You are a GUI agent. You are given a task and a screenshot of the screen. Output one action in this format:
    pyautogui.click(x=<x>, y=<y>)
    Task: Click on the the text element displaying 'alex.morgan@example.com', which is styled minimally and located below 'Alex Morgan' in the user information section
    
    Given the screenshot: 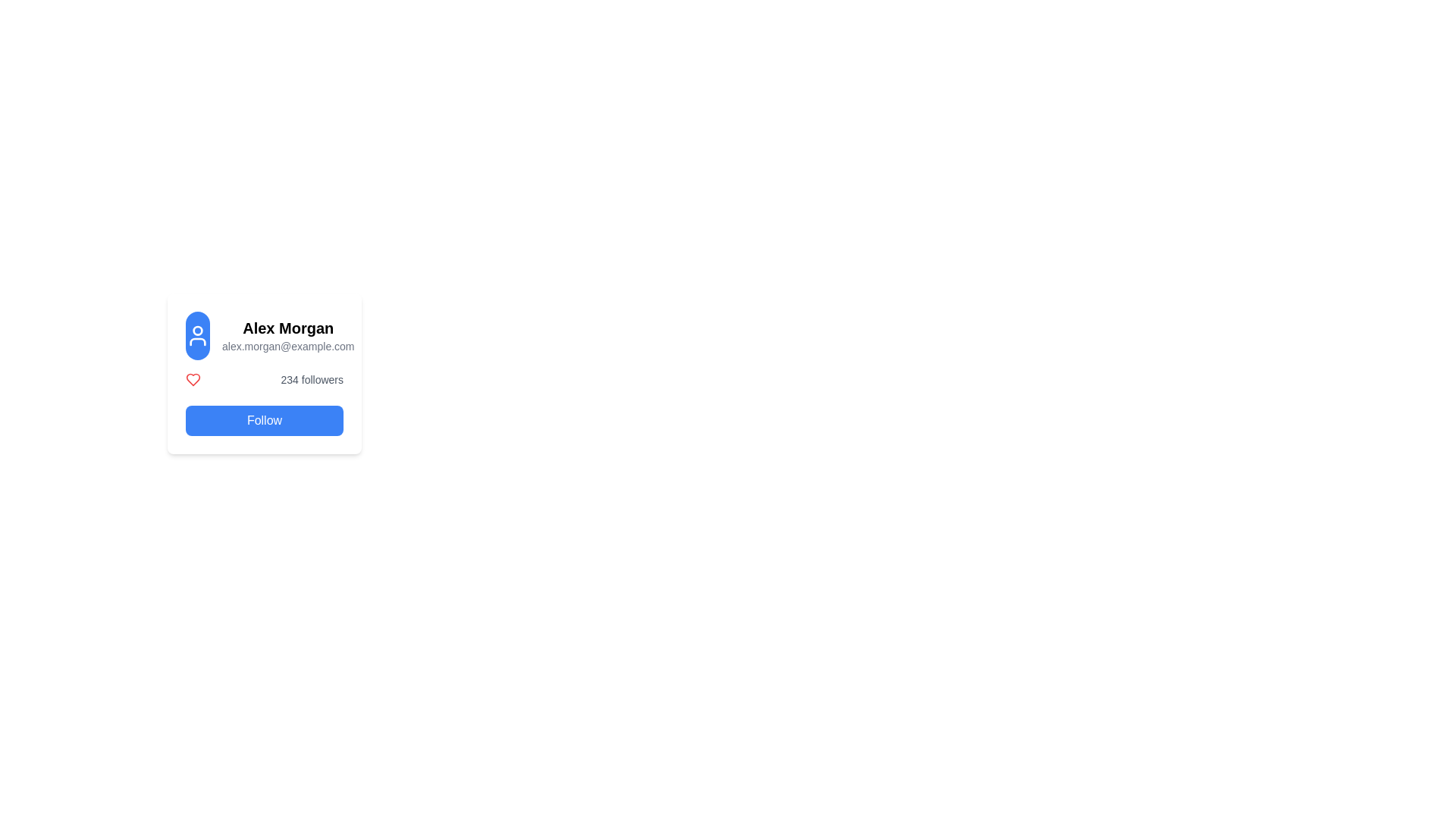 What is the action you would take?
    pyautogui.click(x=288, y=346)
    